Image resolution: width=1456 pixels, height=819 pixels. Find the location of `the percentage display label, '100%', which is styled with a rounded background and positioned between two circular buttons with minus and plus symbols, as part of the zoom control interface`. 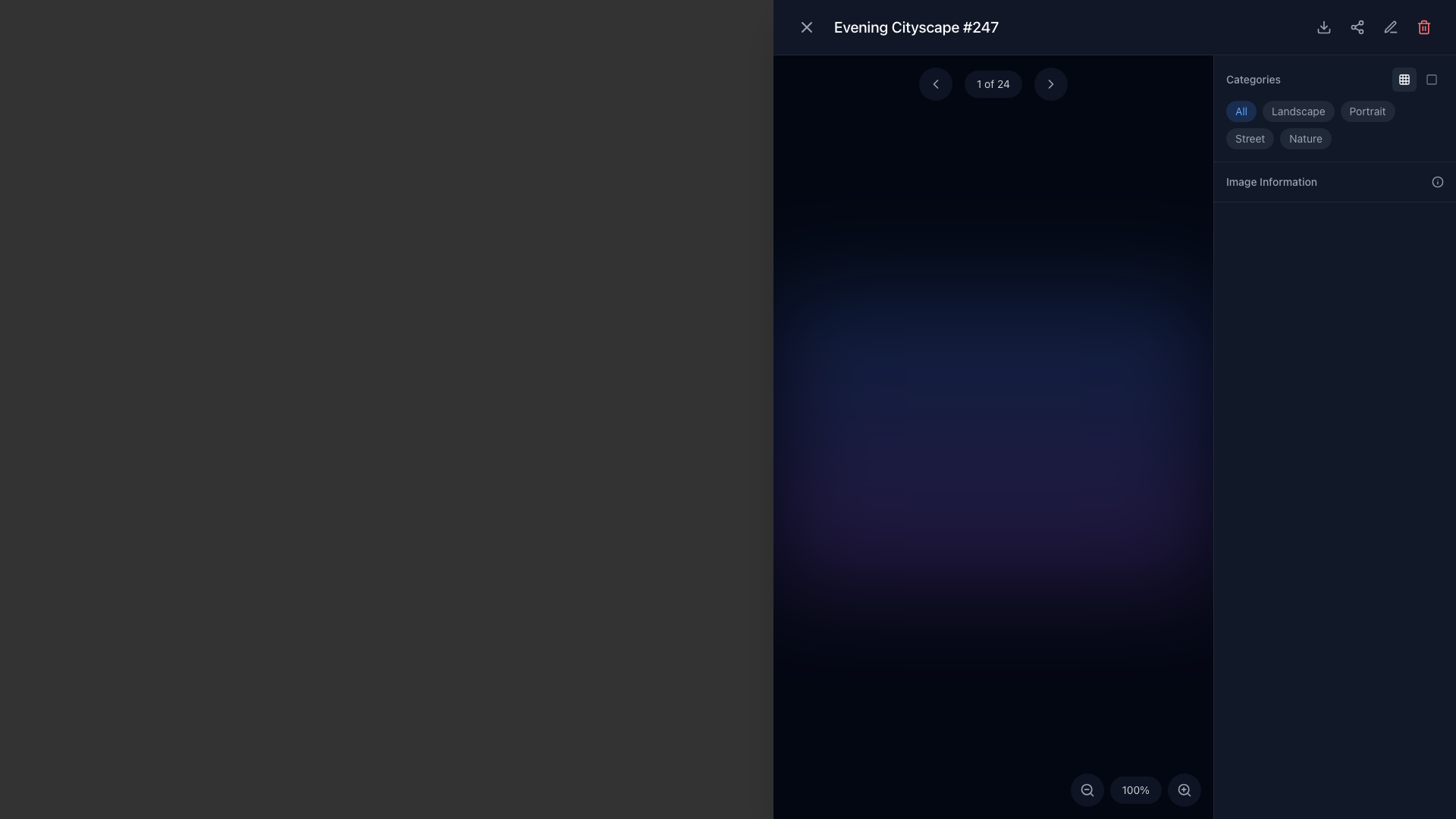

the percentage display label, '100%', which is styled with a rounded background and positioned between two circular buttons with minus and plus symbols, as part of the zoom control interface is located at coordinates (1135, 789).